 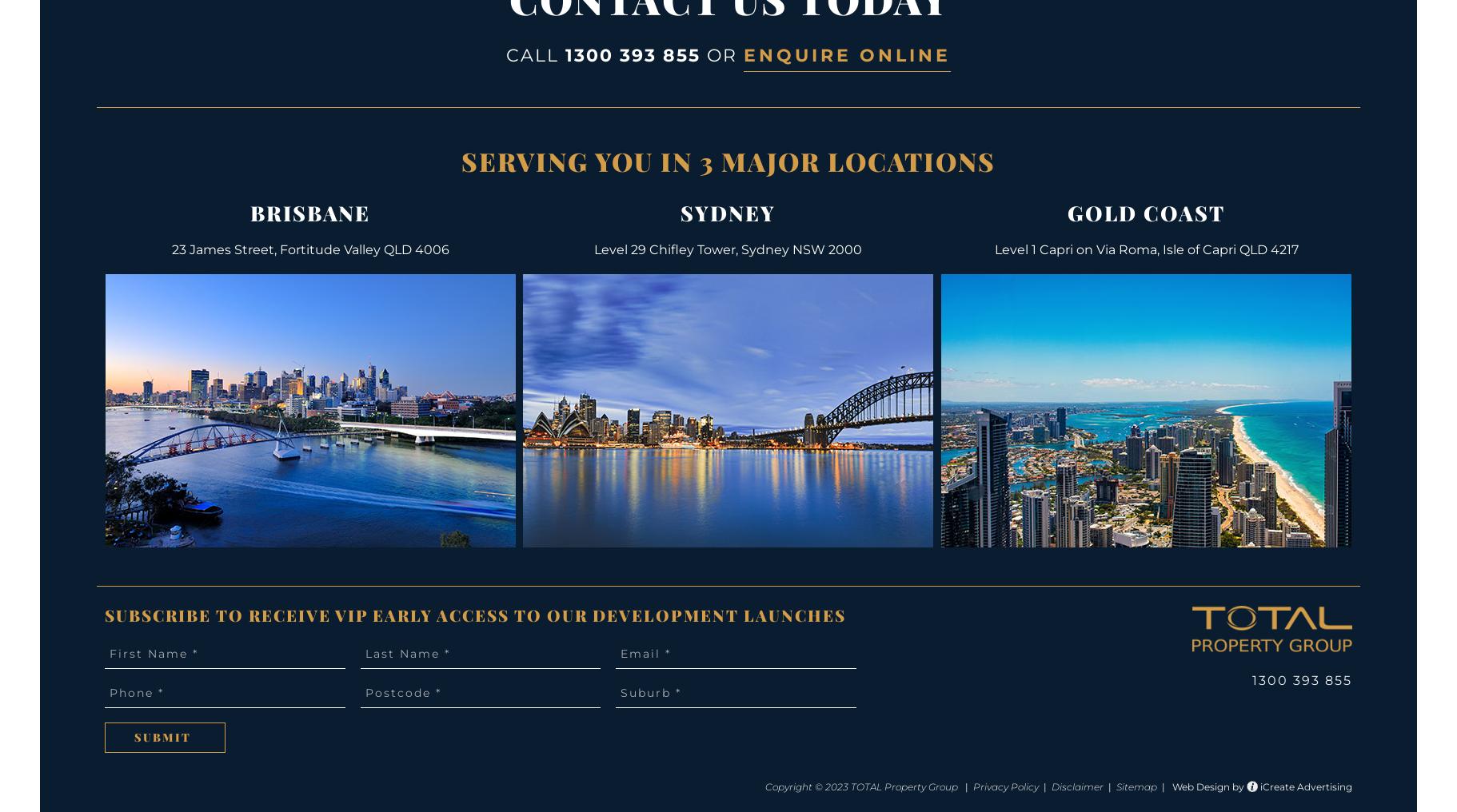 I want to click on 'subscribe to receive VIP early access to our development launches', so click(x=475, y=614).